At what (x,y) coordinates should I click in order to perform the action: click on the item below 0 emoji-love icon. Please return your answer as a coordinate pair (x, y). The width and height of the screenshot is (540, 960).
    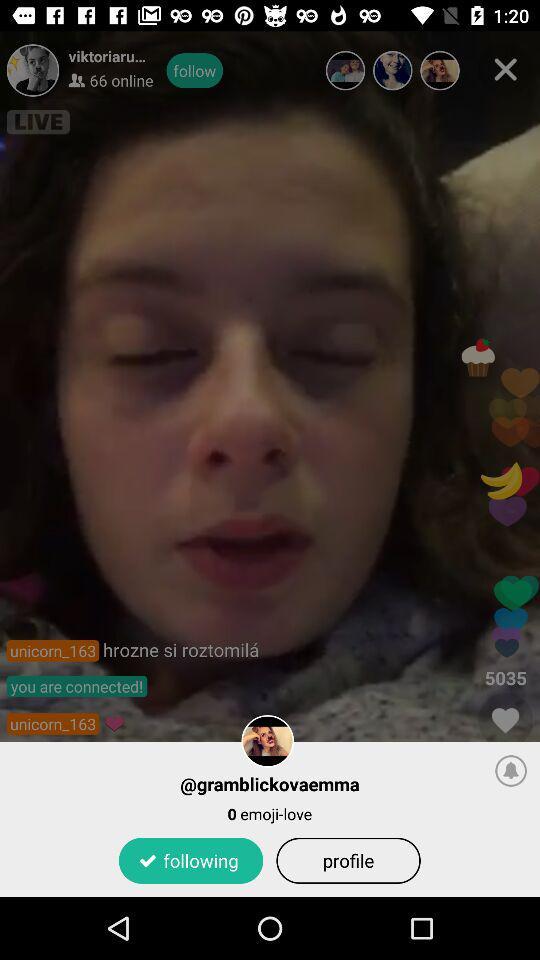
    Looking at the image, I should click on (191, 859).